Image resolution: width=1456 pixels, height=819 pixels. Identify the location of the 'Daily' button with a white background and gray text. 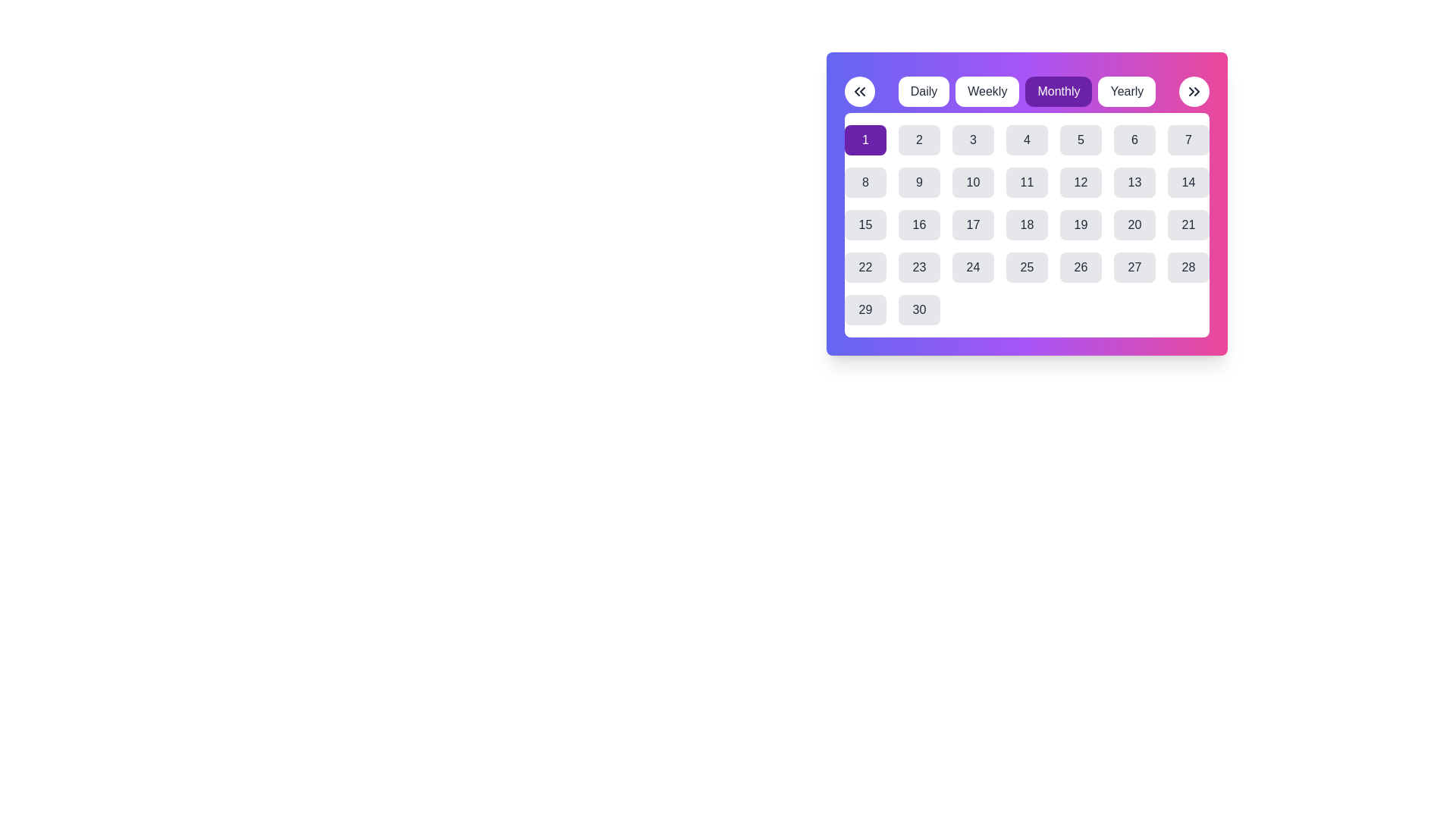
(923, 91).